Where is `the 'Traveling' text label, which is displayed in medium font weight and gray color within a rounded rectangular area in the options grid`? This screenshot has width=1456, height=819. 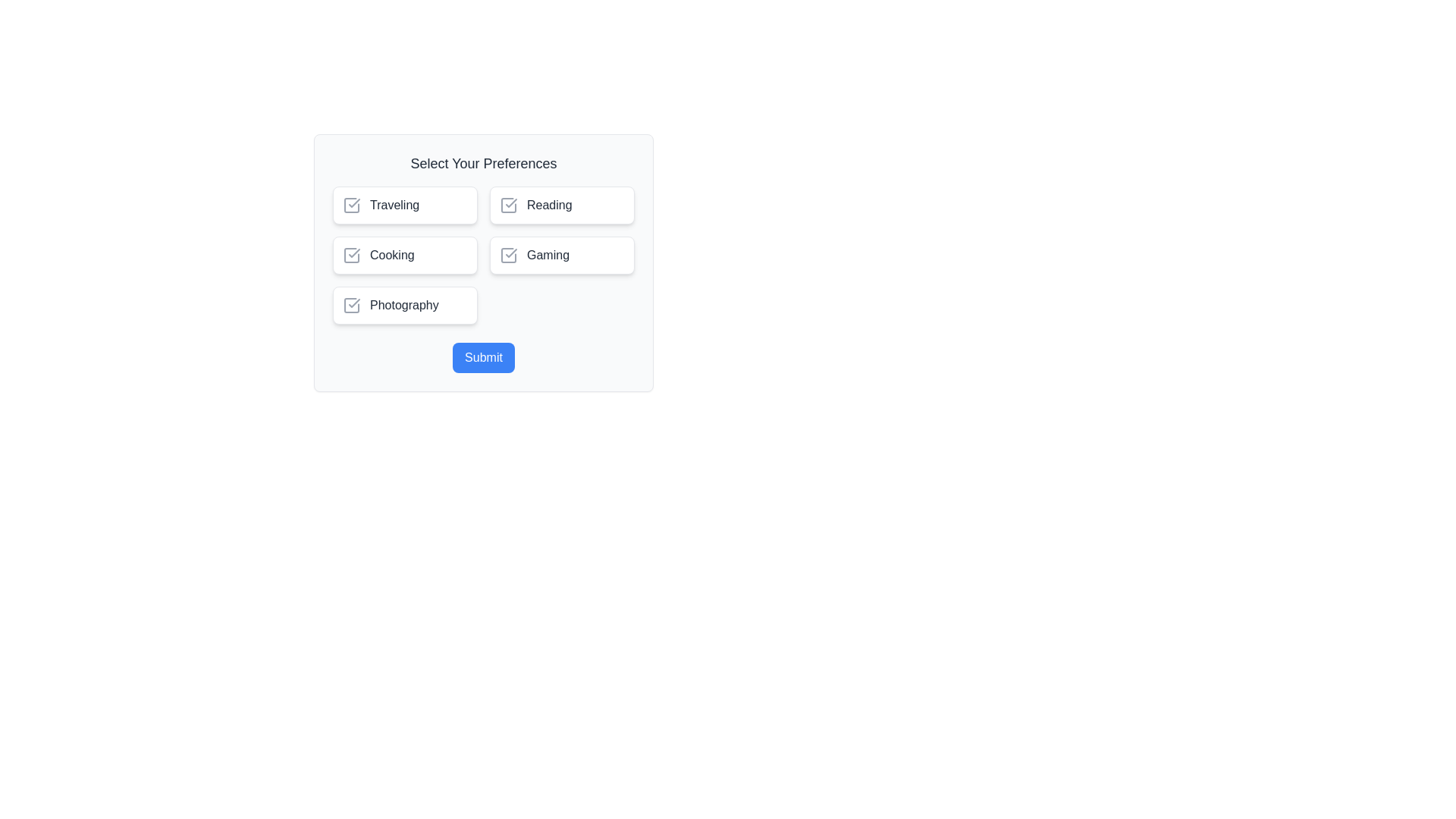 the 'Traveling' text label, which is displayed in medium font weight and gray color within a rounded rectangular area in the options grid is located at coordinates (394, 205).